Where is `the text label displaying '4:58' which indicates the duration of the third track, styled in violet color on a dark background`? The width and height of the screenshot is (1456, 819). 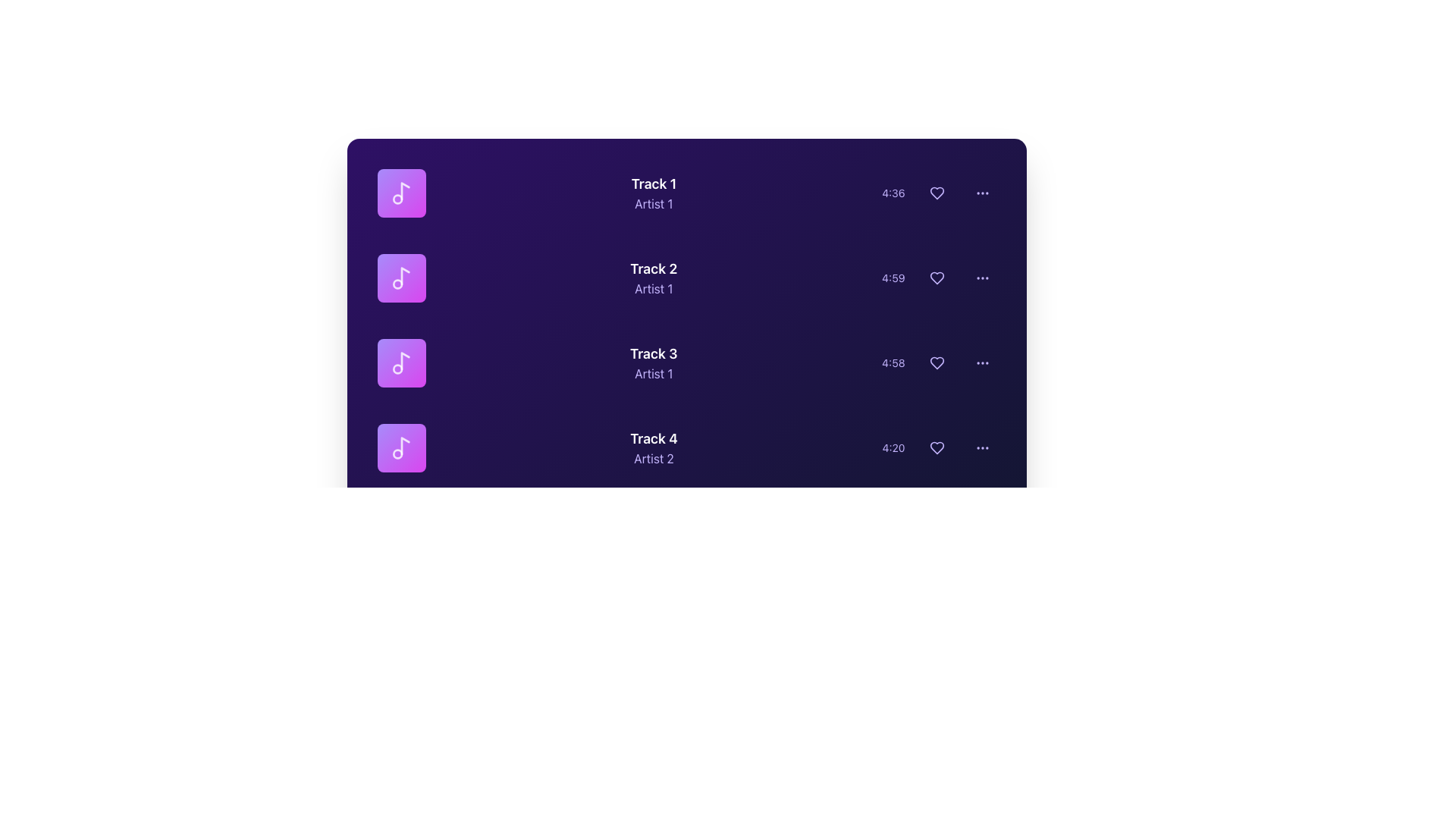 the text label displaying '4:58' which indicates the duration of the third track, styled in violet color on a dark background is located at coordinates (893, 362).